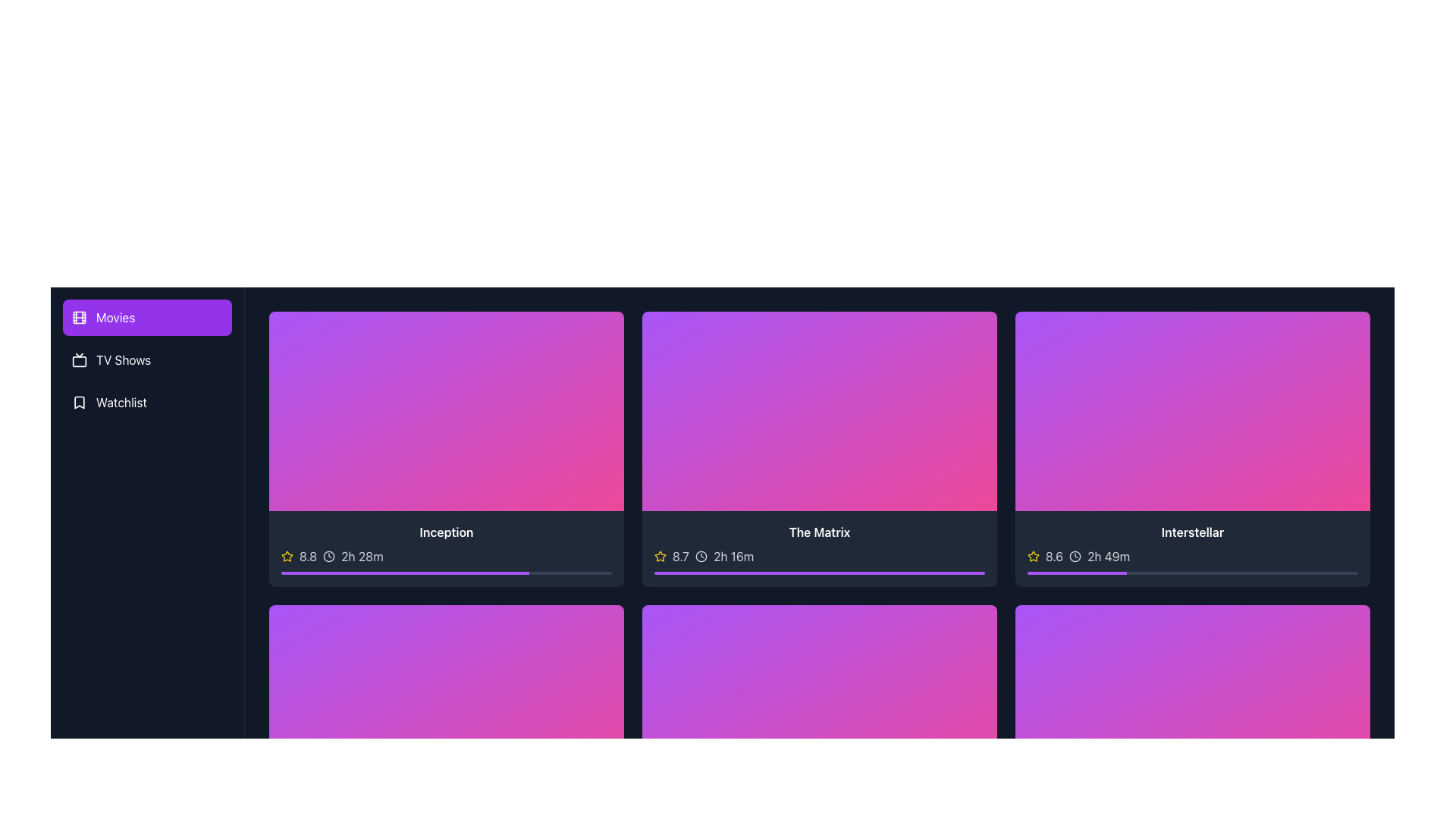 This screenshot has width=1456, height=819. I want to click on the Information Card displaying the movie title 'Interstellar', located at the bottom of the third movie card in the top row of the grid layout, so click(1192, 549).